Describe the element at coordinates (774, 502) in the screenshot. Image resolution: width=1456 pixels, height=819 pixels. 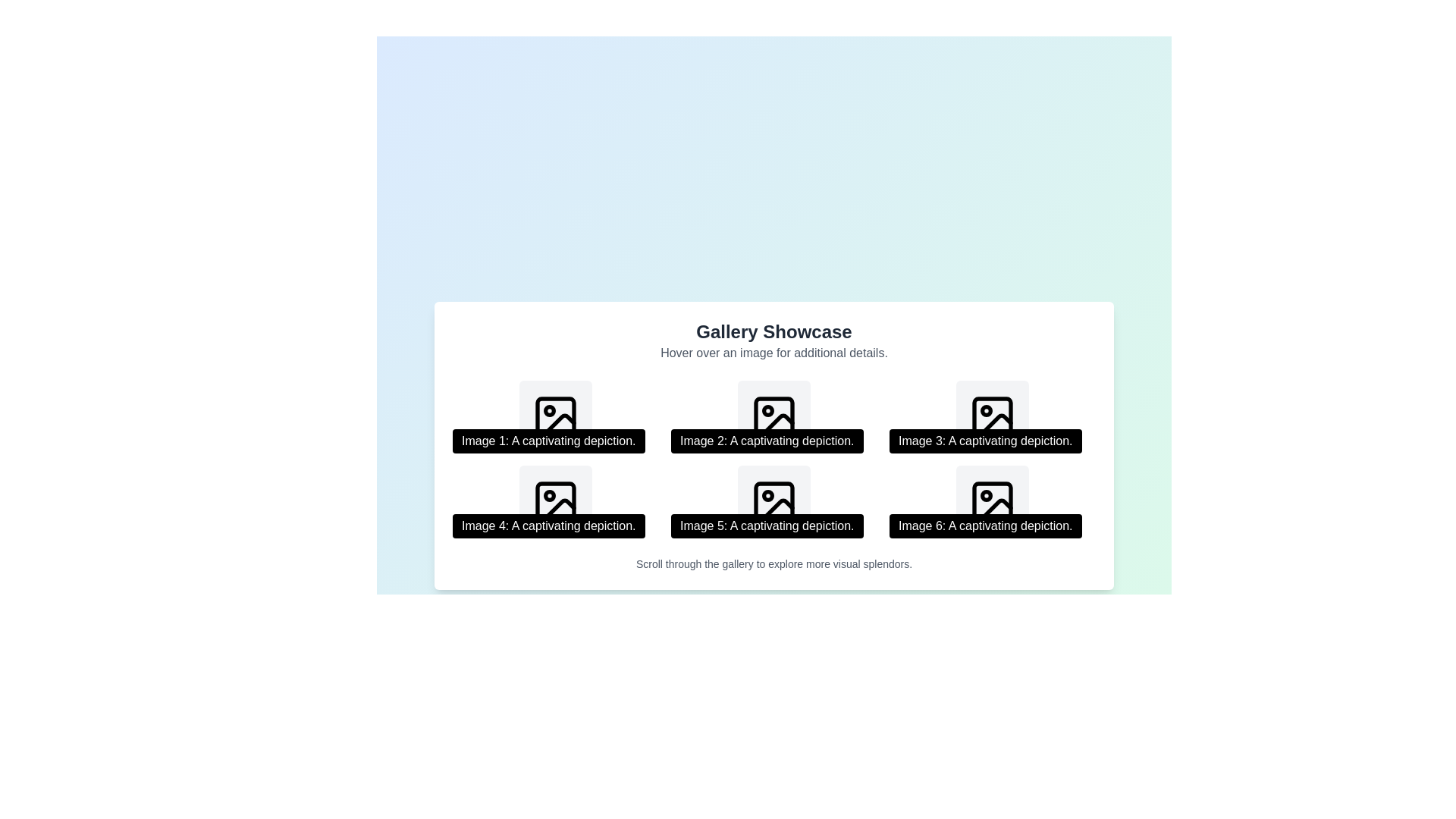
I see `the fifth thumbnail in the gallery interface` at that location.